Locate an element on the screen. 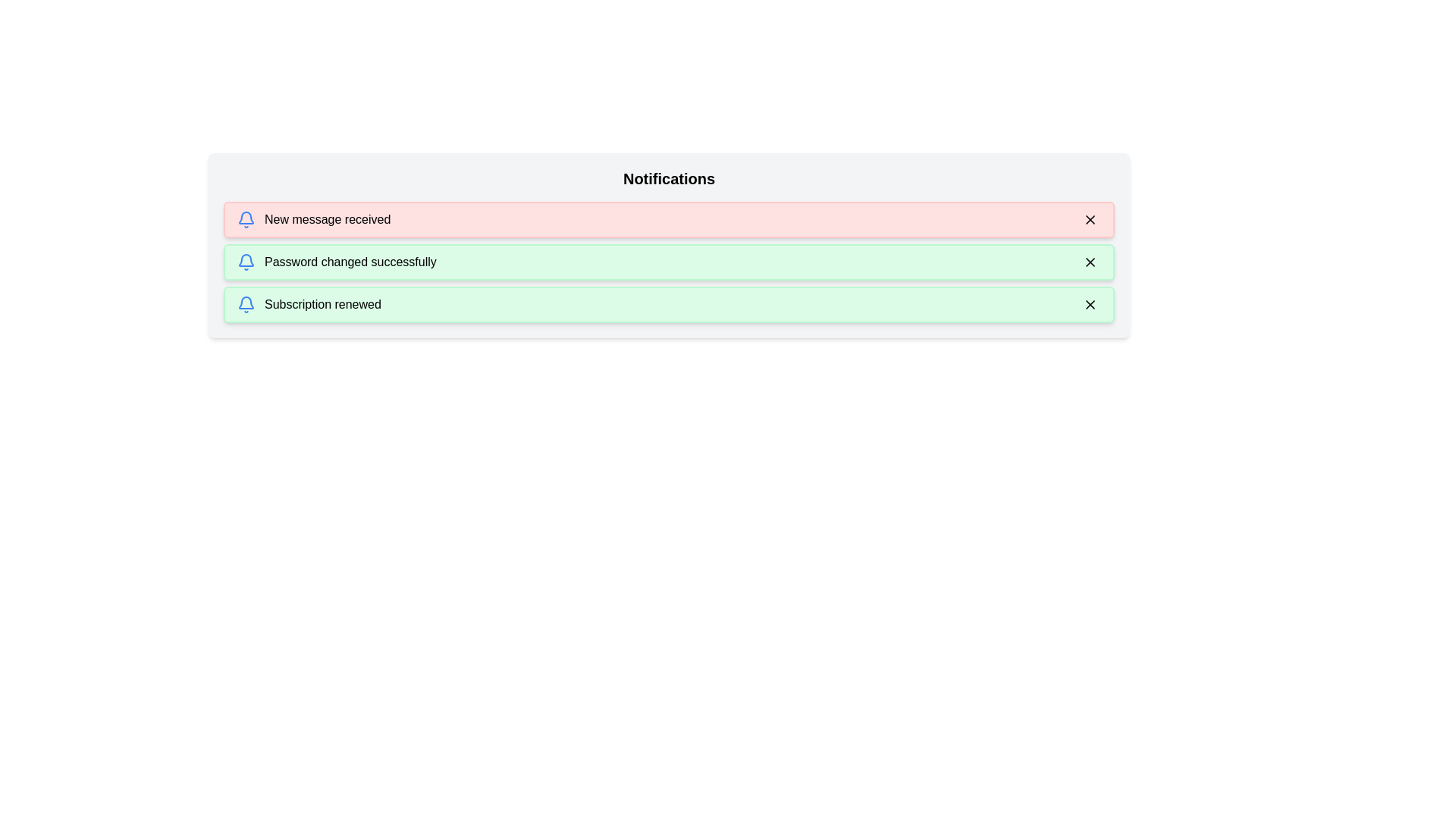 This screenshot has width=1456, height=819. the Notification item displaying the bell icon and the text 'New message received', which is the first item is located at coordinates (313, 219).